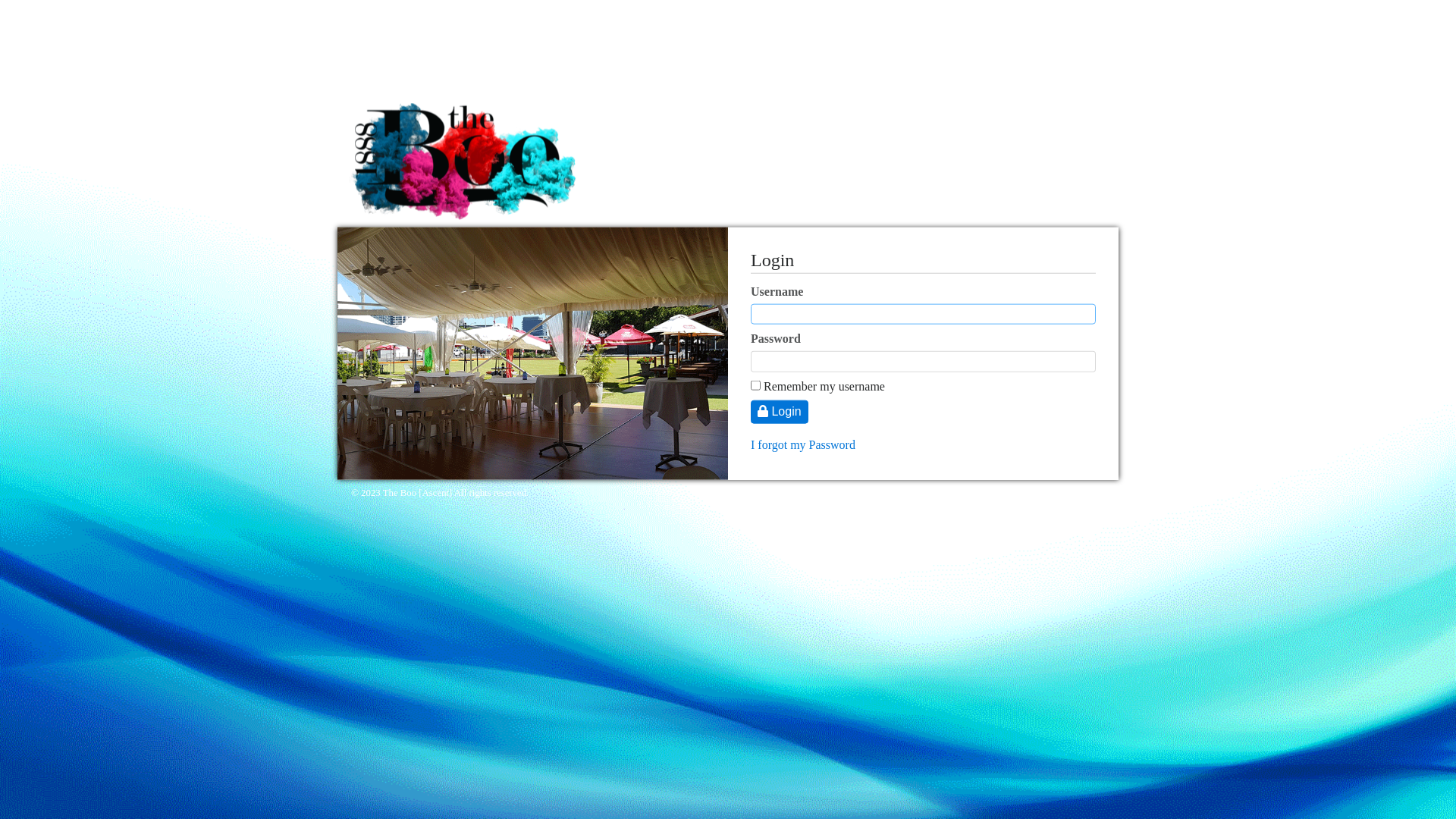  I want to click on 'I forgot my Password', so click(802, 444).